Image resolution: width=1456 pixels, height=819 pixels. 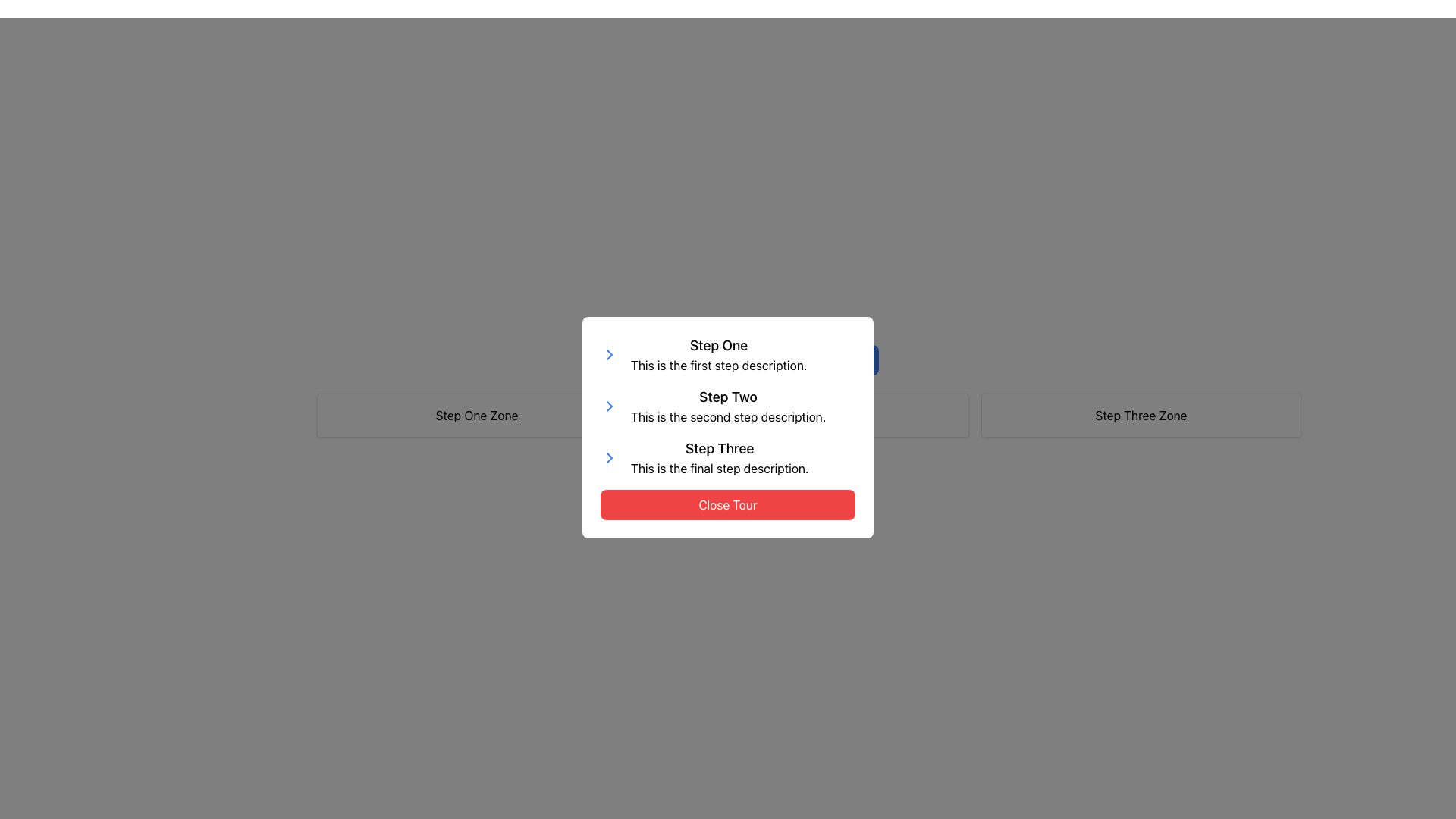 I want to click on the interactive tour button located centrally above the zones labeled 'Step One Zone', 'Step Two Zone', and 'Step Three Zone', so click(x=808, y=359).